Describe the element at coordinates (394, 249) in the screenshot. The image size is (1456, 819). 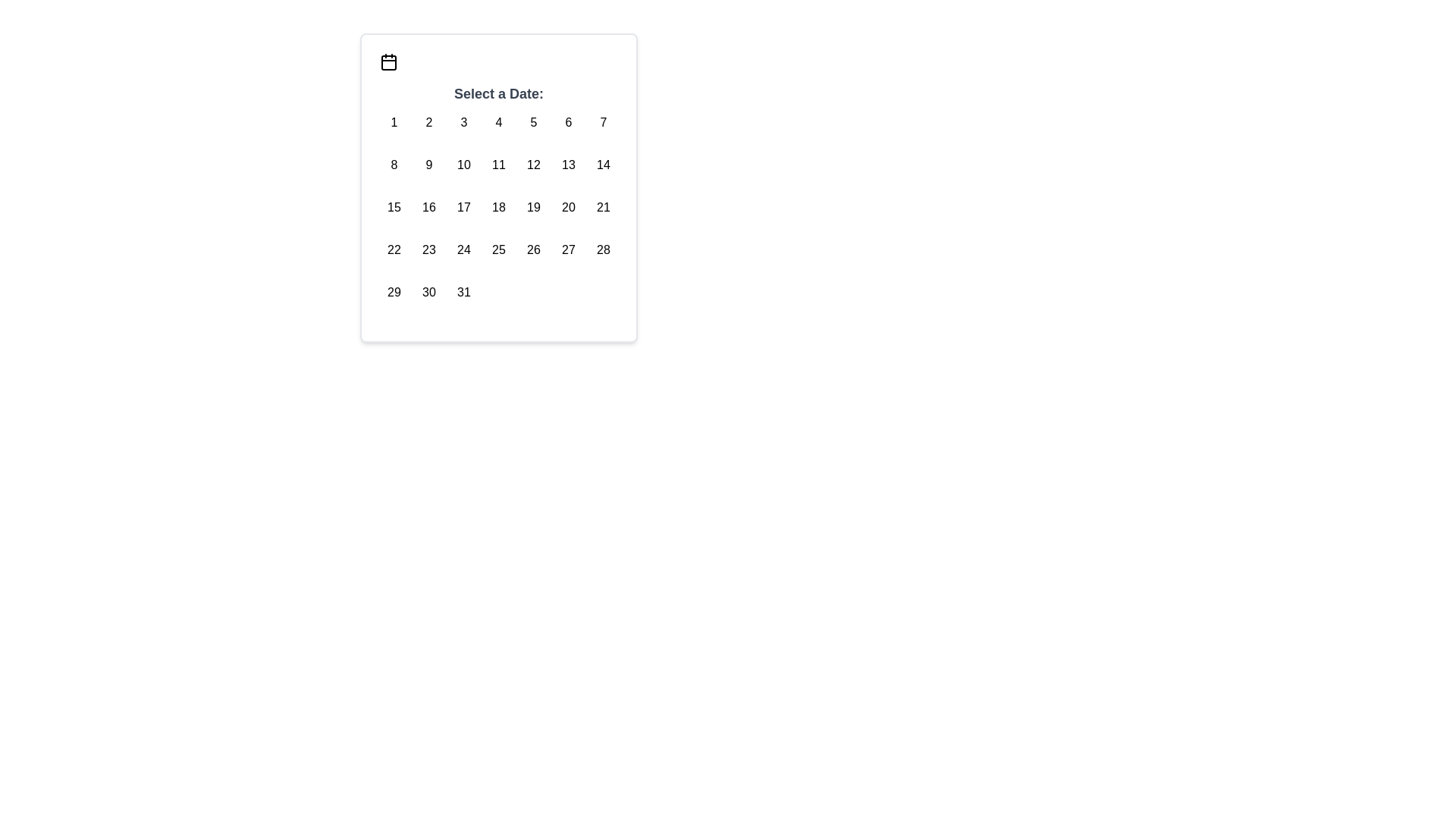
I see `the date selection button for the 22nd day of the month in the calendar interface` at that location.